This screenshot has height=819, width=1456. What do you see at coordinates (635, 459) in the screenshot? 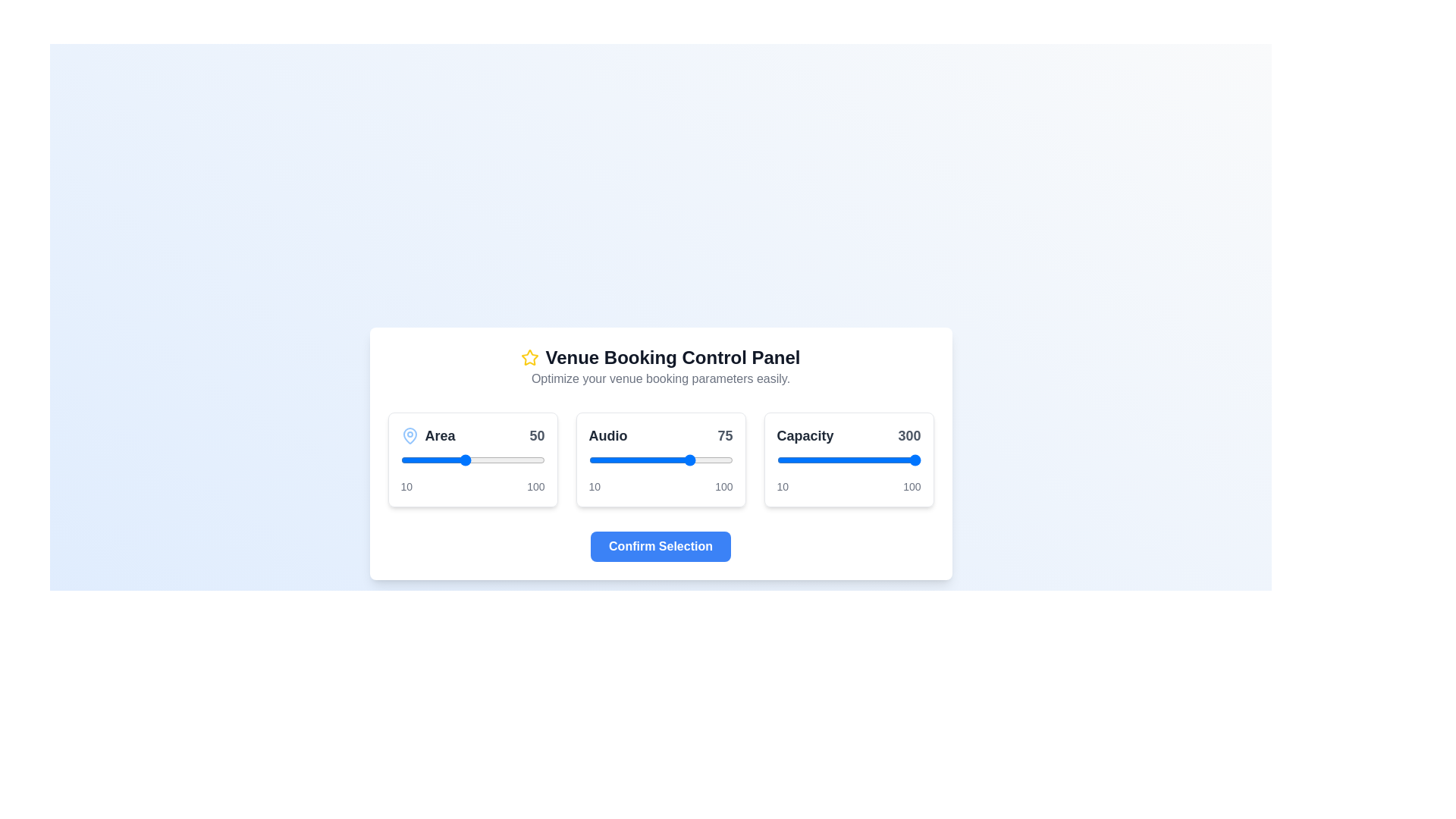
I see `the audio level` at bounding box center [635, 459].